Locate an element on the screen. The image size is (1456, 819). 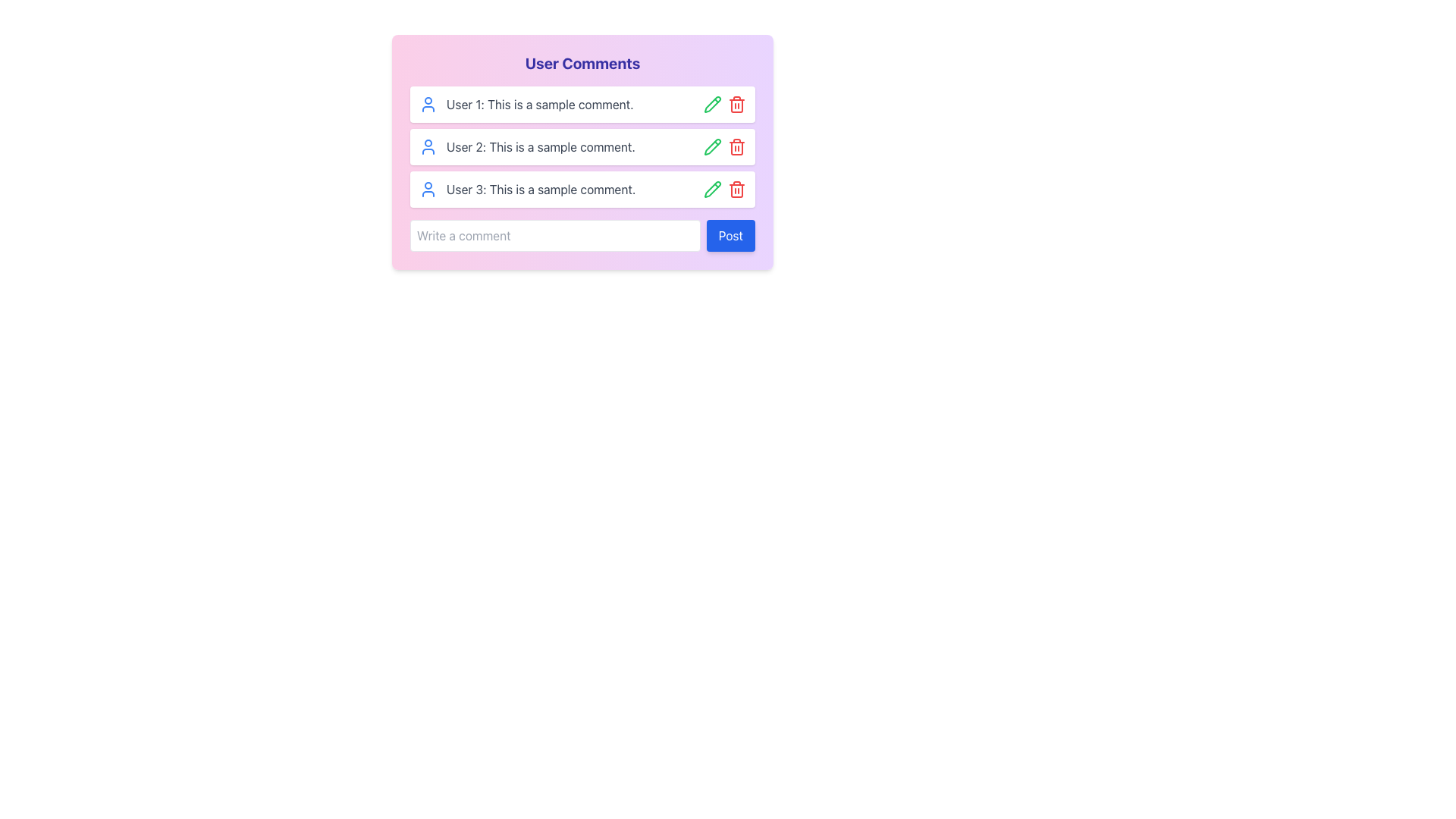
the red trash can icon button located in the second row of the 'User Comments' list is located at coordinates (736, 146).